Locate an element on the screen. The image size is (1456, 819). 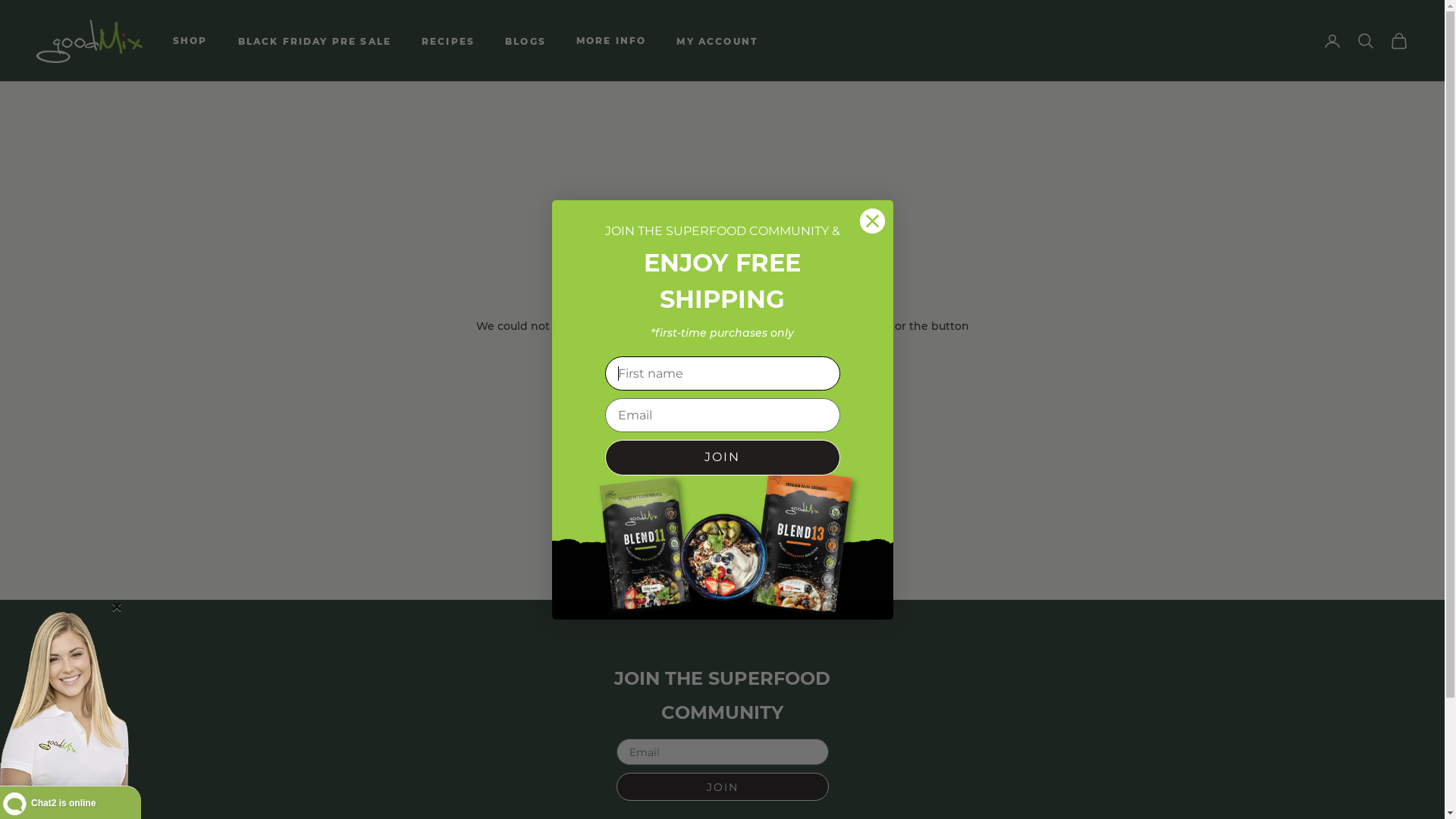
'RECIPES' is located at coordinates (447, 40).